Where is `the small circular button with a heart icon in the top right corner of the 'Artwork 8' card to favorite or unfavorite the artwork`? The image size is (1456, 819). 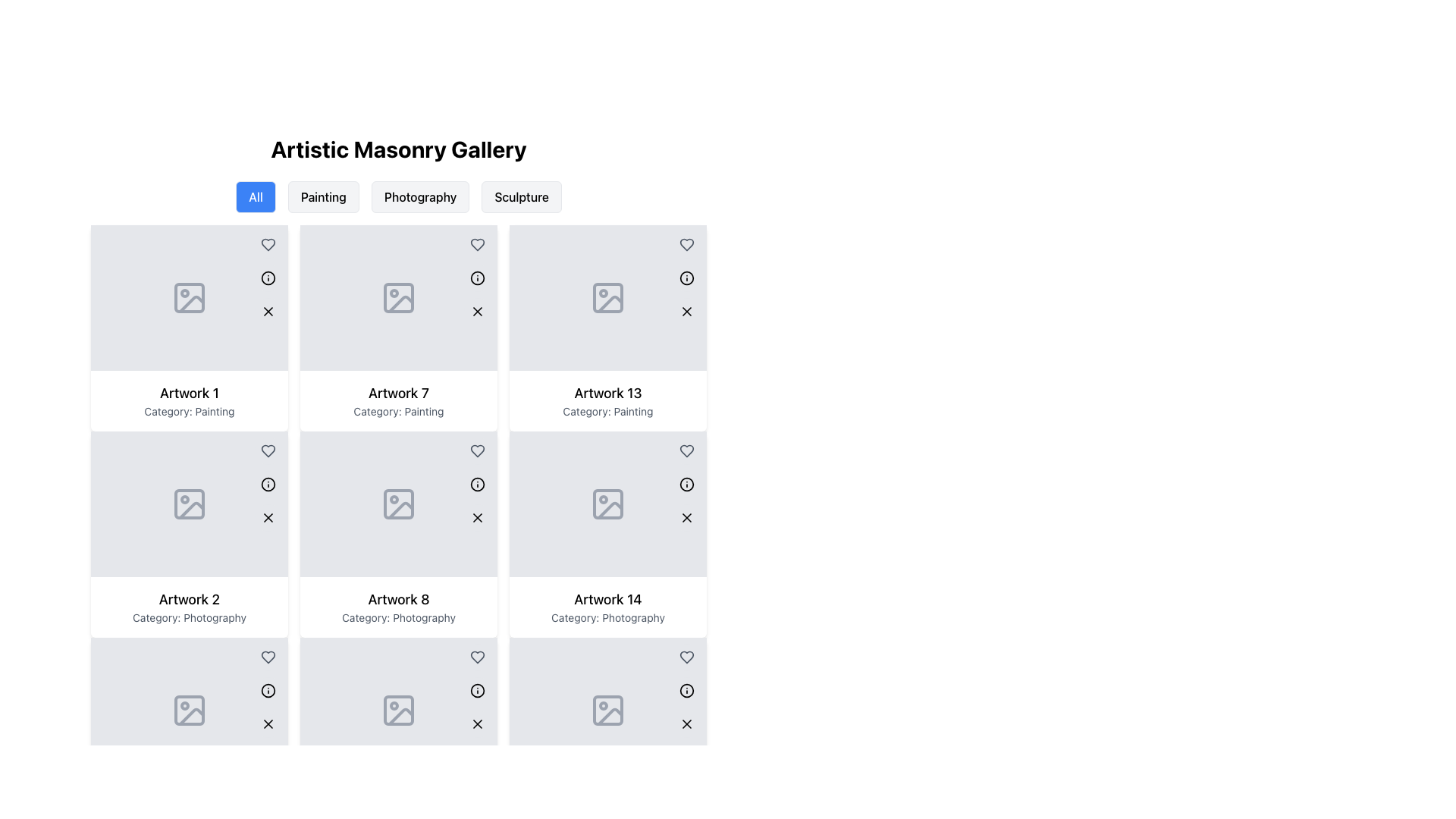
the small circular button with a heart icon in the top right corner of the 'Artwork 8' card to favorite or unfavorite the artwork is located at coordinates (476, 657).